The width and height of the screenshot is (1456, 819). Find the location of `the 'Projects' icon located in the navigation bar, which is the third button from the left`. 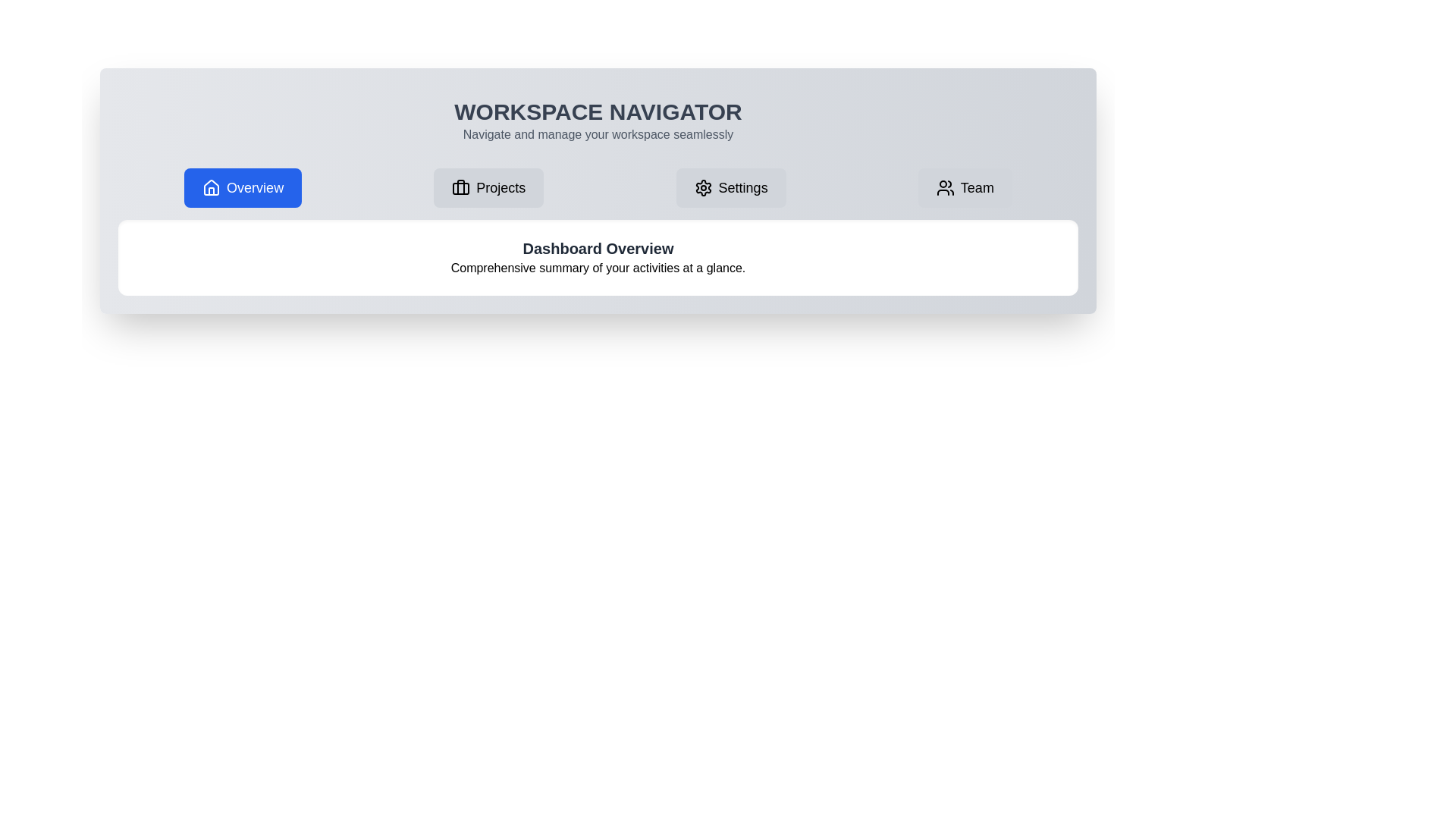

the 'Projects' icon located in the navigation bar, which is the third button from the left is located at coordinates (460, 187).